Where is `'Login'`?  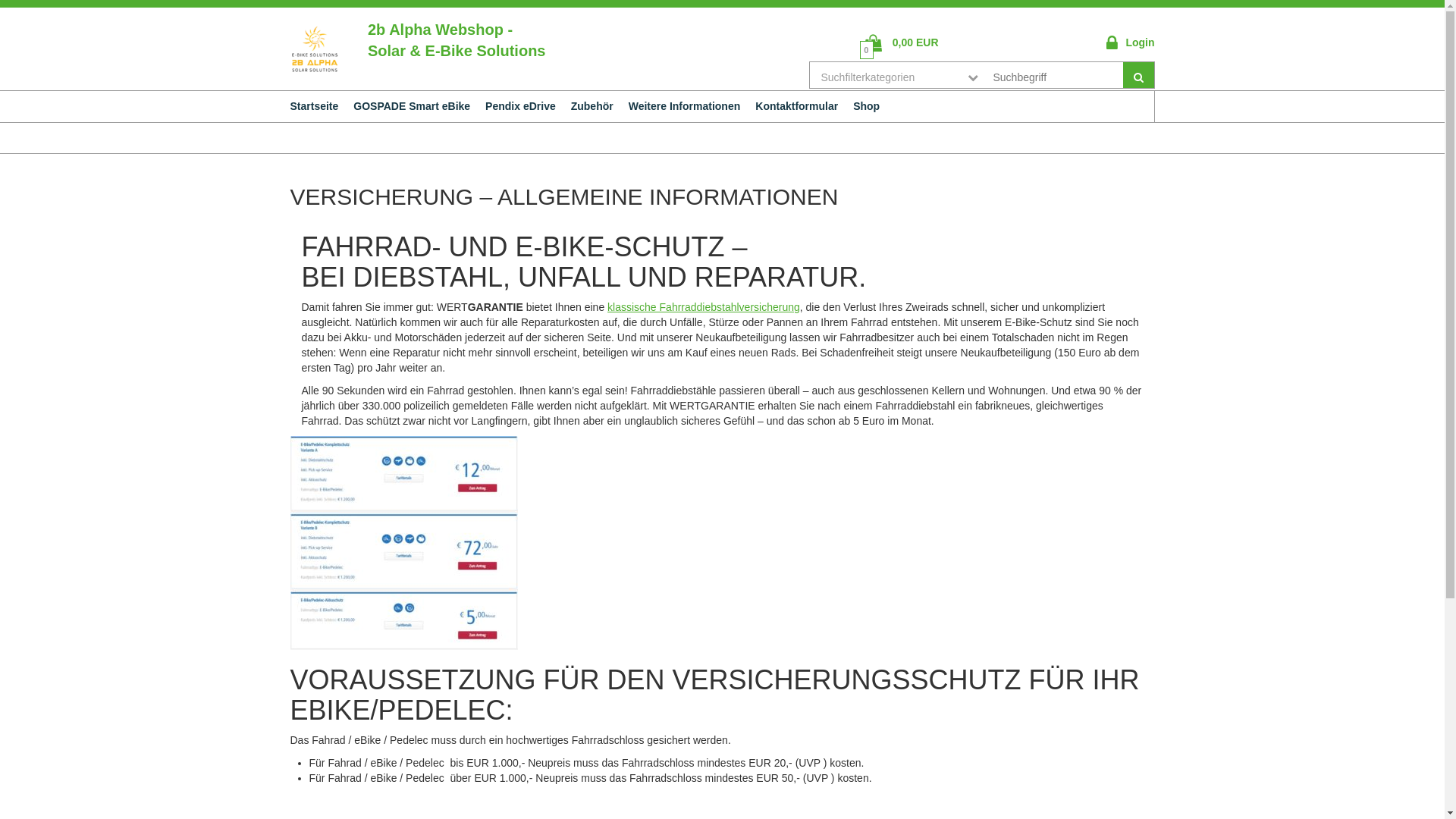 'Login' is located at coordinates (1130, 42).